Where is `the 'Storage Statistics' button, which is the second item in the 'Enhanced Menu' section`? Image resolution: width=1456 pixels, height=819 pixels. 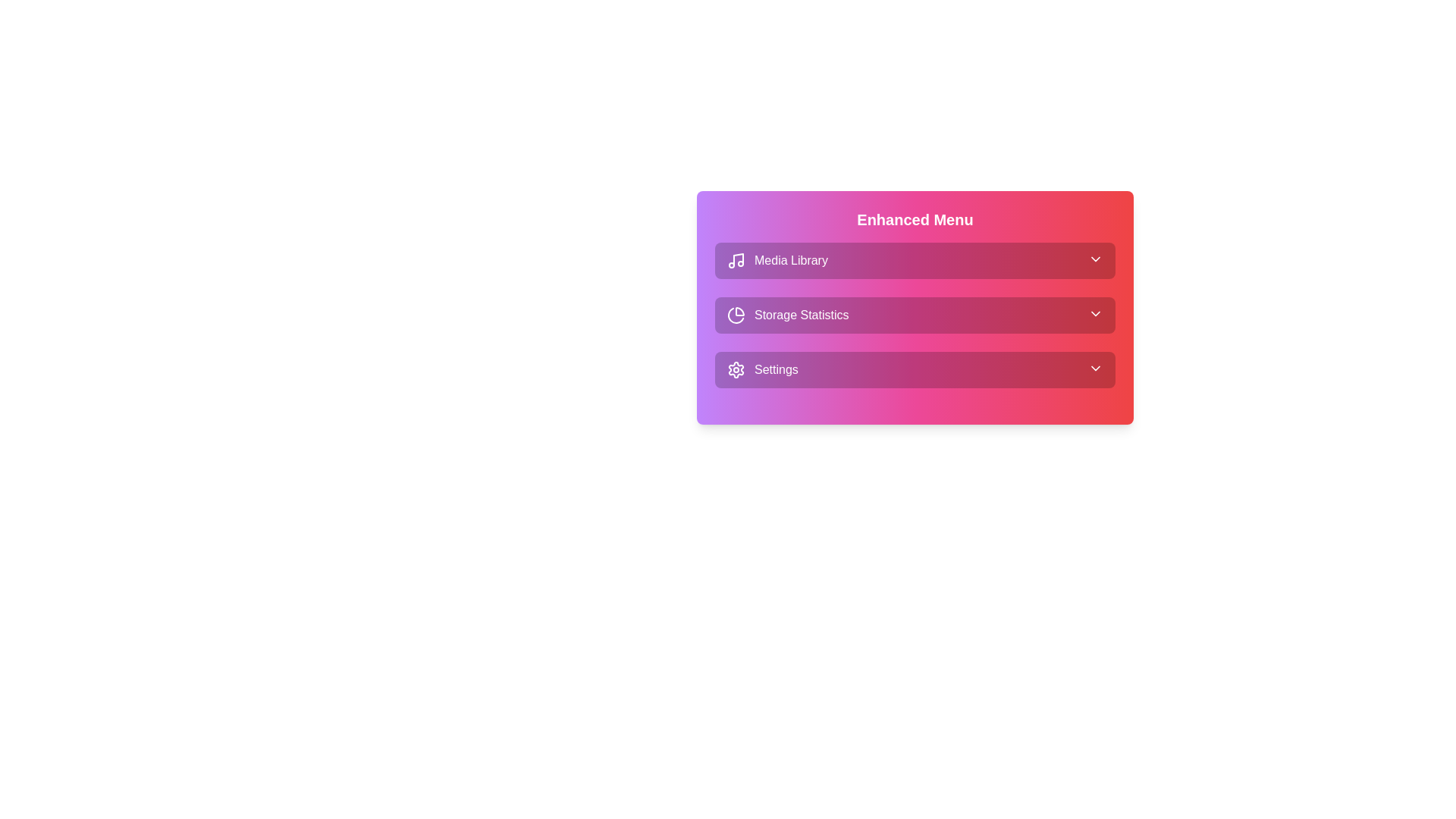 the 'Storage Statistics' button, which is the second item in the 'Enhanced Menu' section is located at coordinates (914, 315).